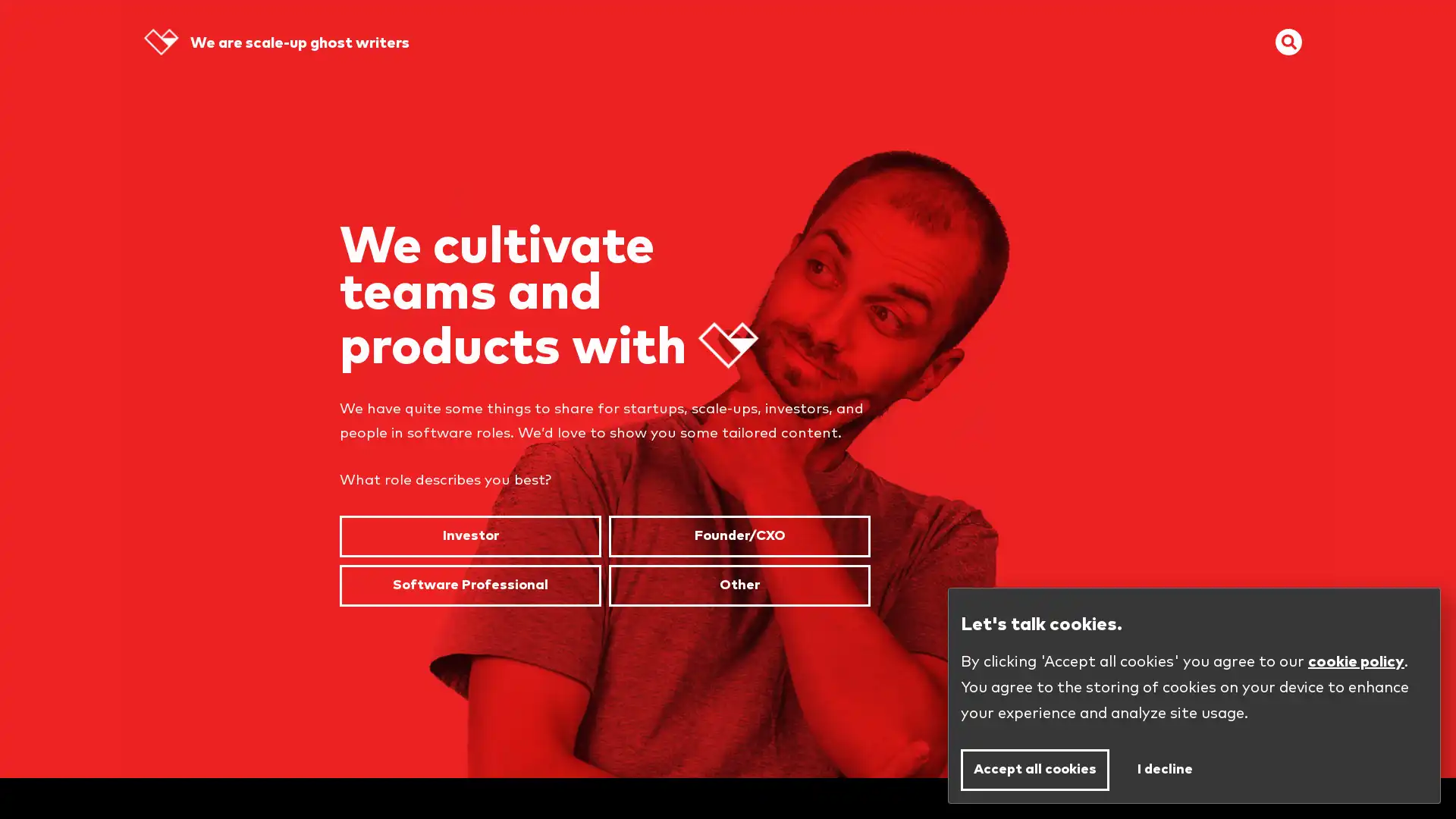 The width and height of the screenshot is (1456, 819). What do you see at coordinates (469, 584) in the screenshot?
I see `Software Professional` at bounding box center [469, 584].